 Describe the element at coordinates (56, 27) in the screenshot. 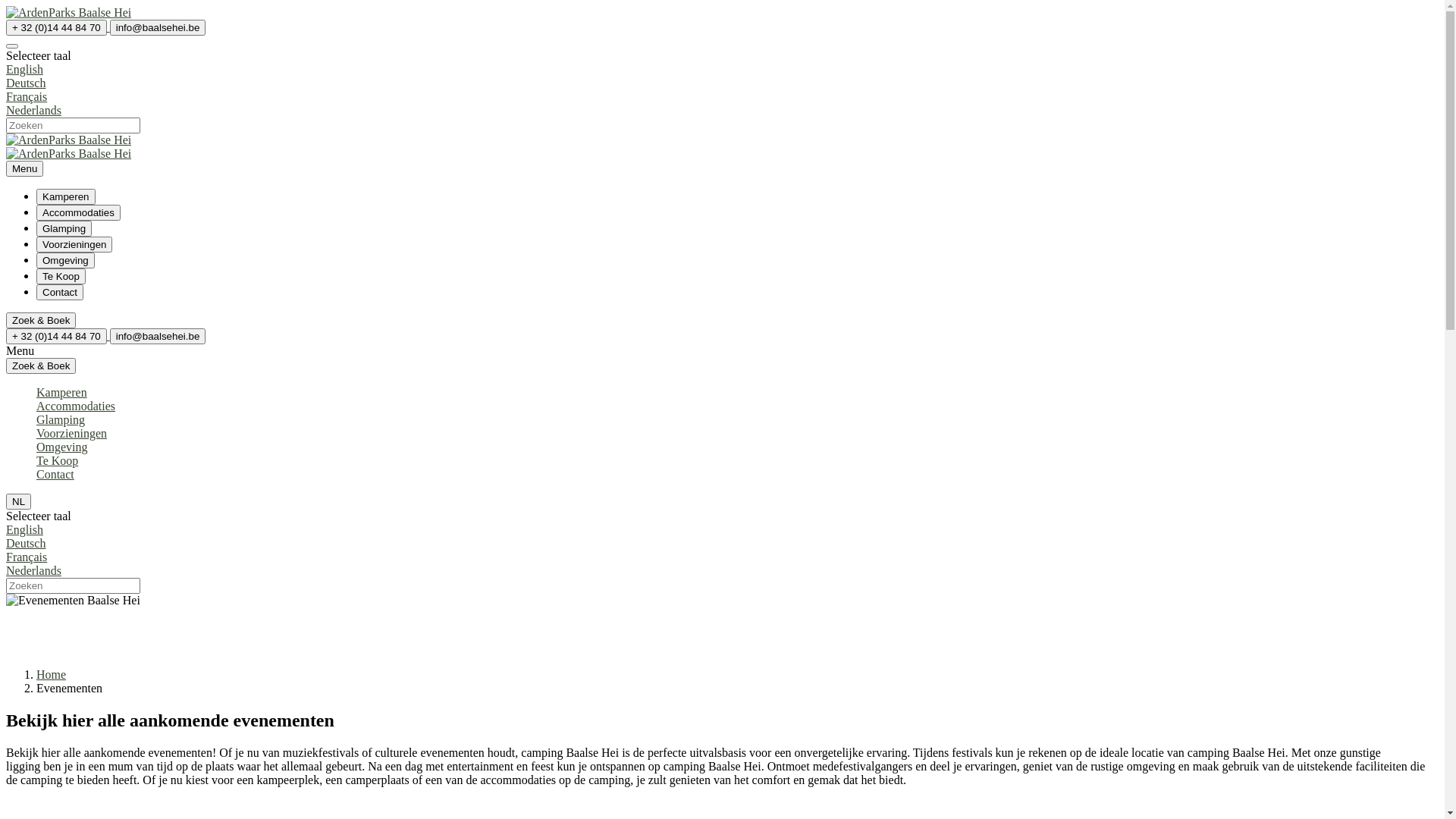

I see `'+ 32 (0)14 44 84 70'` at that location.